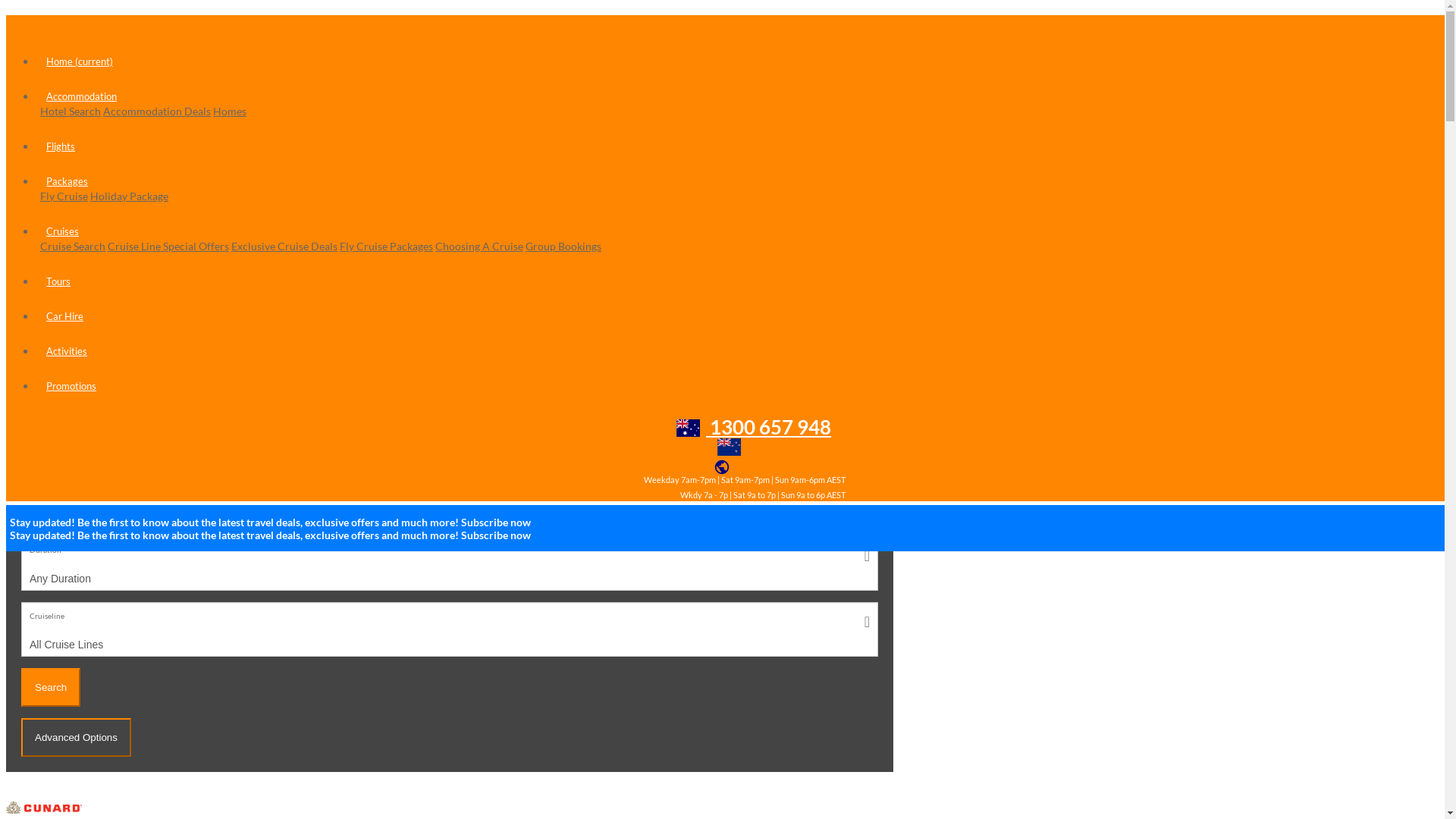  Describe the element at coordinates (129, 195) in the screenshot. I see `'Holiday Package'` at that location.